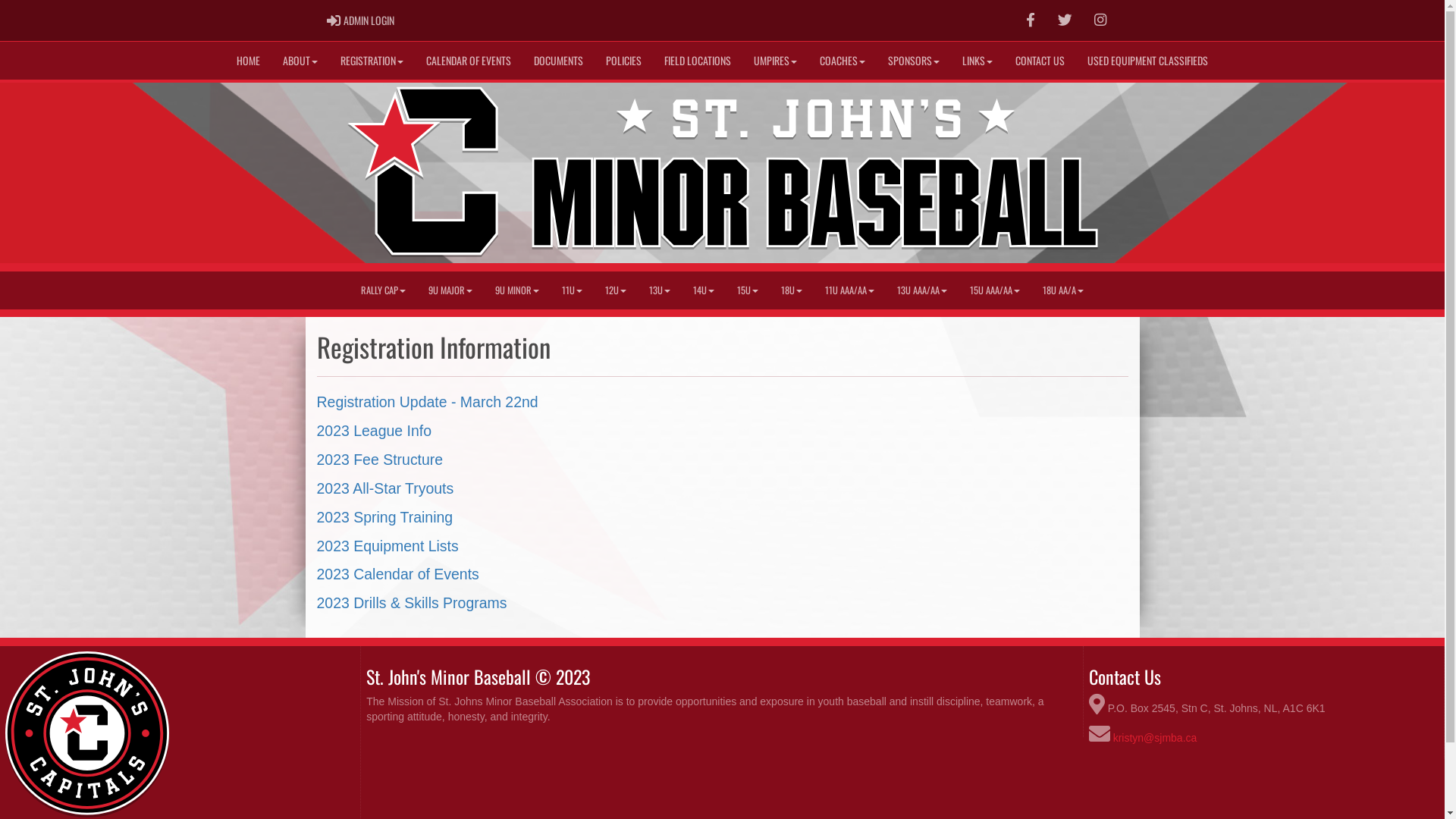 This screenshot has width=1456, height=819. I want to click on 'Twitter', so click(1064, 20).